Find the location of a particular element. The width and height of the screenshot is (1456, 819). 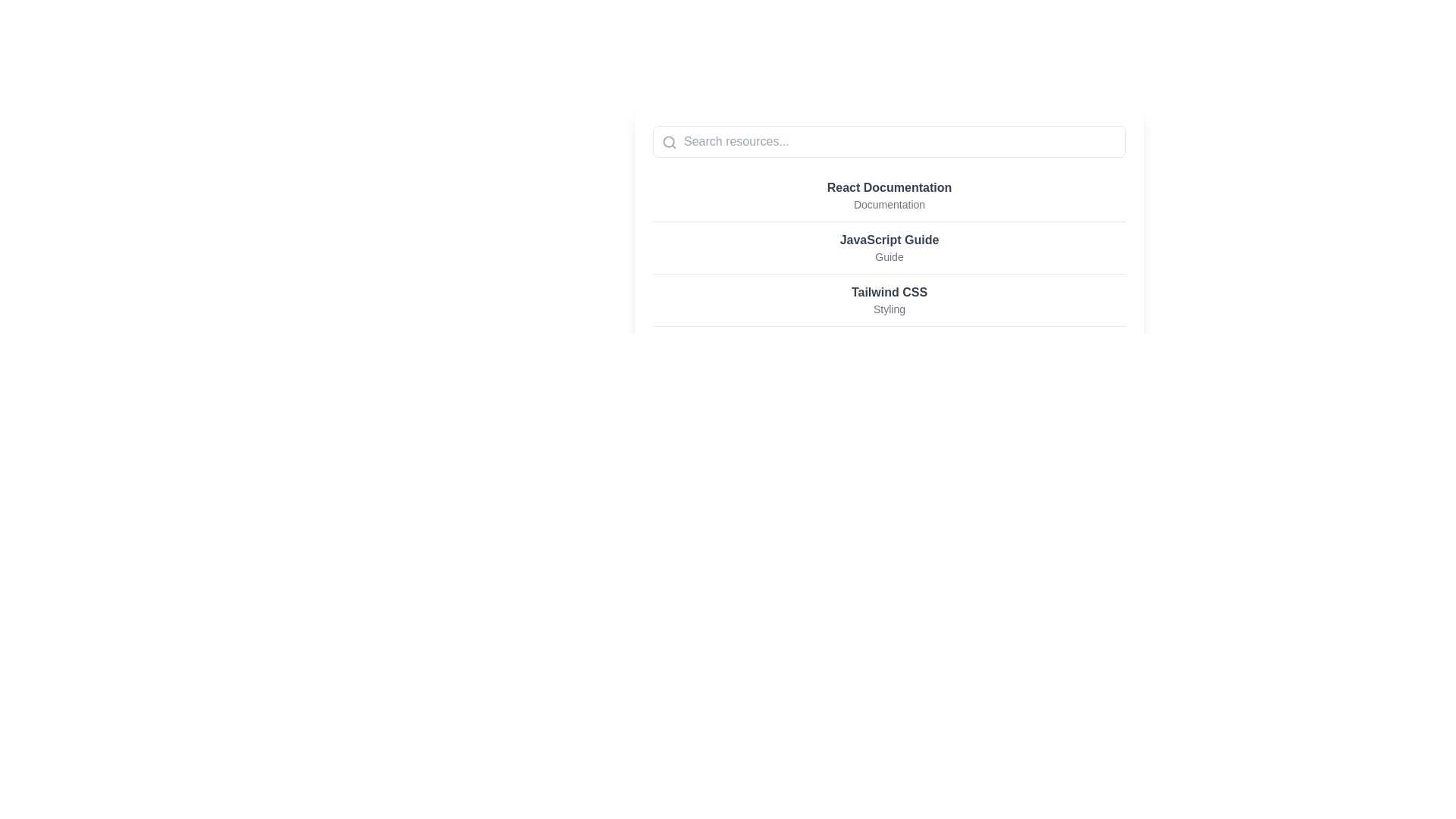

the second list item labeled 'JavaScript Guide' is located at coordinates (889, 246).